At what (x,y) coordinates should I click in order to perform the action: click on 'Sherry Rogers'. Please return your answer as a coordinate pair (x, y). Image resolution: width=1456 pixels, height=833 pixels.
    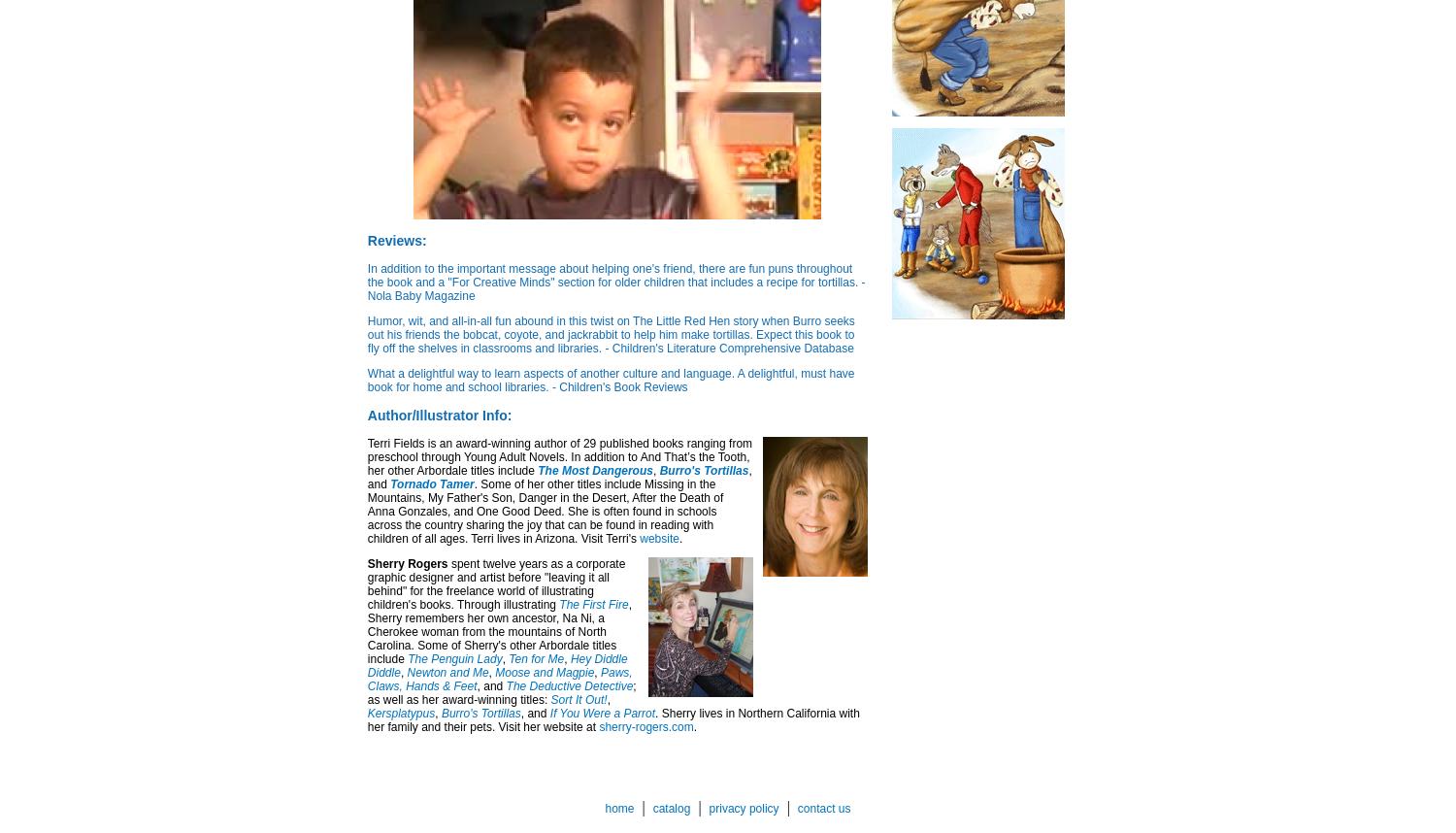
    Looking at the image, I should click on (407, 563).